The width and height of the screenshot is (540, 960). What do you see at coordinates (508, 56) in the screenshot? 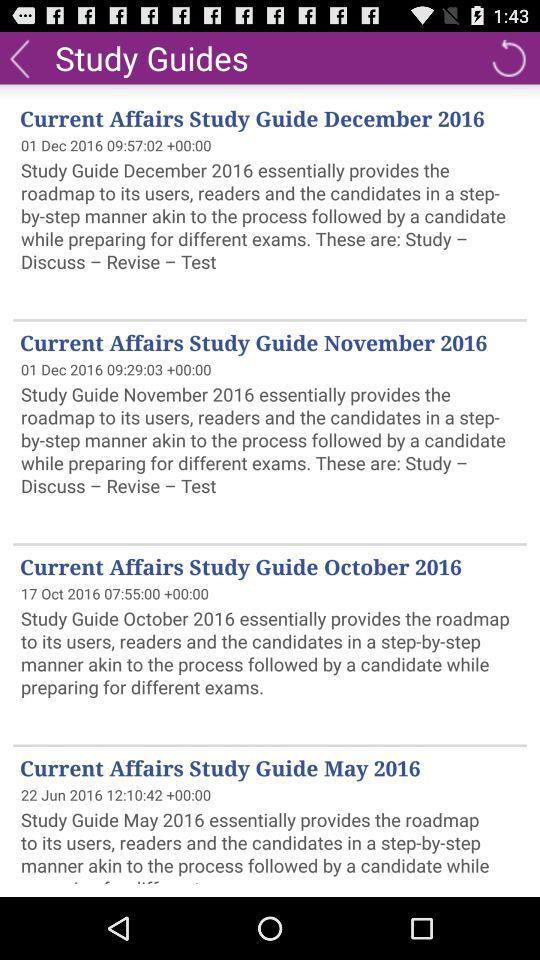
I see `go back` at bounding box center [508, 56].